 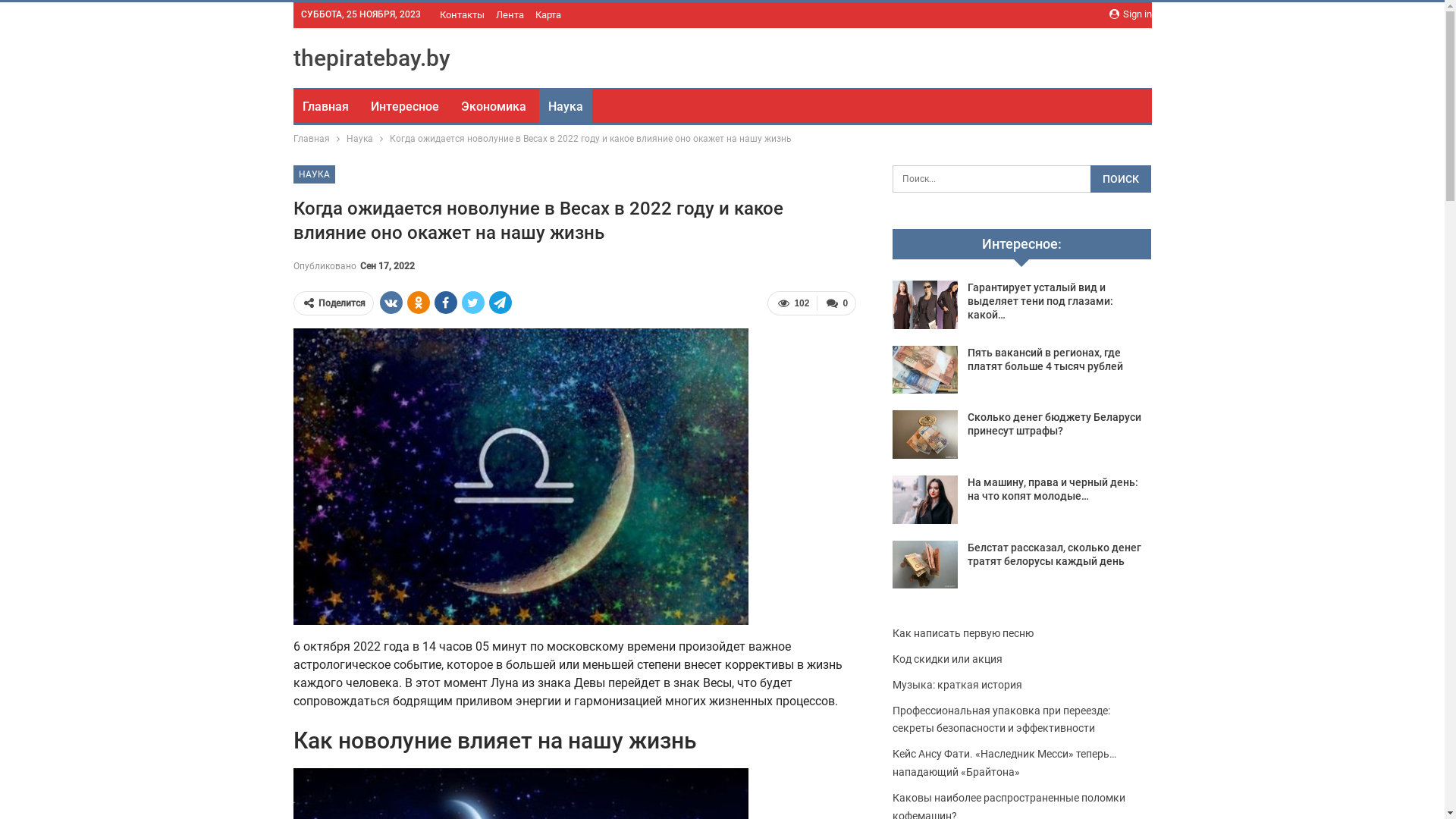 I want to click on 'thepiratebay.by', so click(x=292, y=57).